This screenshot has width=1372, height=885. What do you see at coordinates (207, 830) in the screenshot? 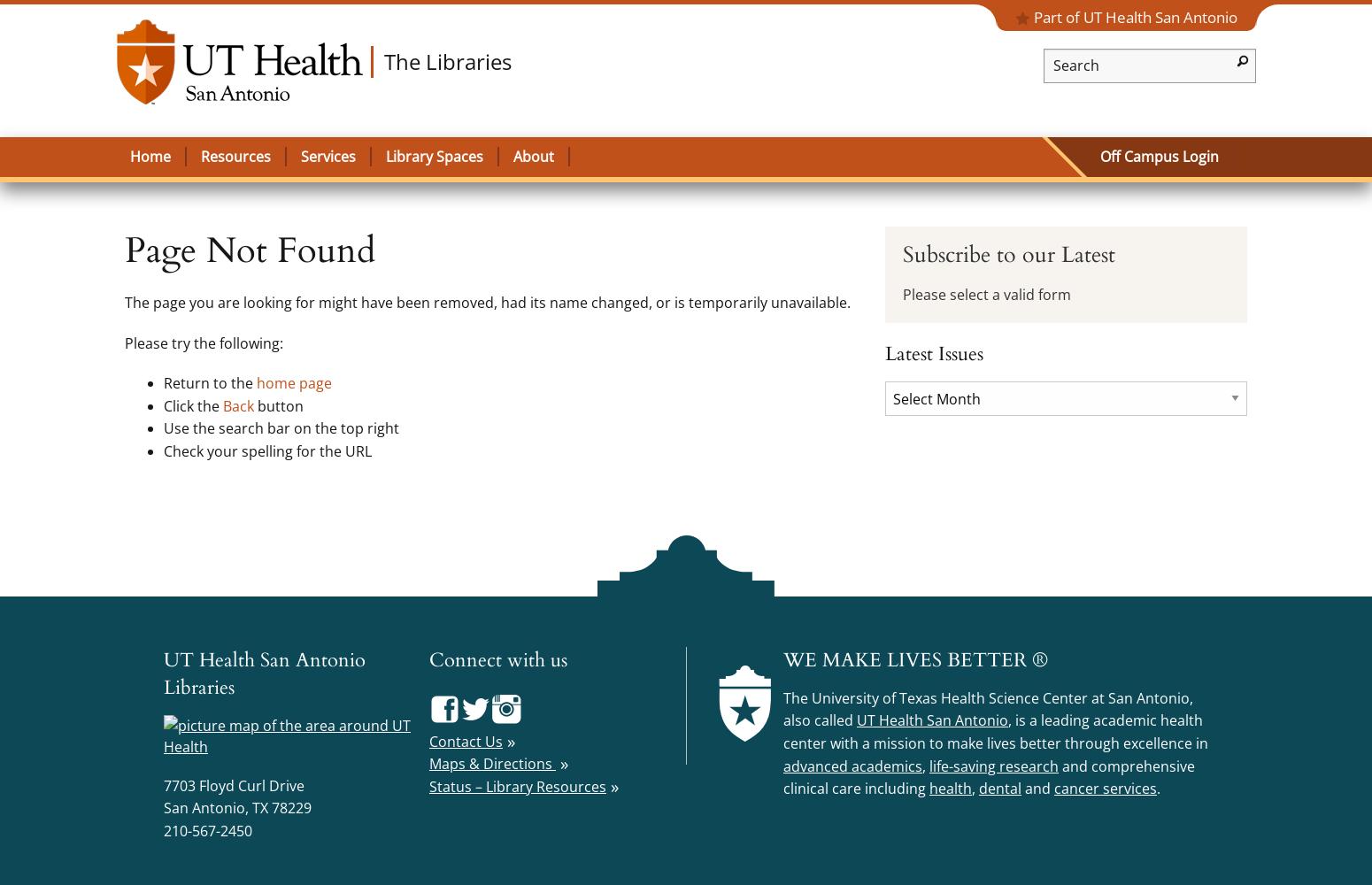
I see `'210-567-2450'` at bounding box center [207, 830].